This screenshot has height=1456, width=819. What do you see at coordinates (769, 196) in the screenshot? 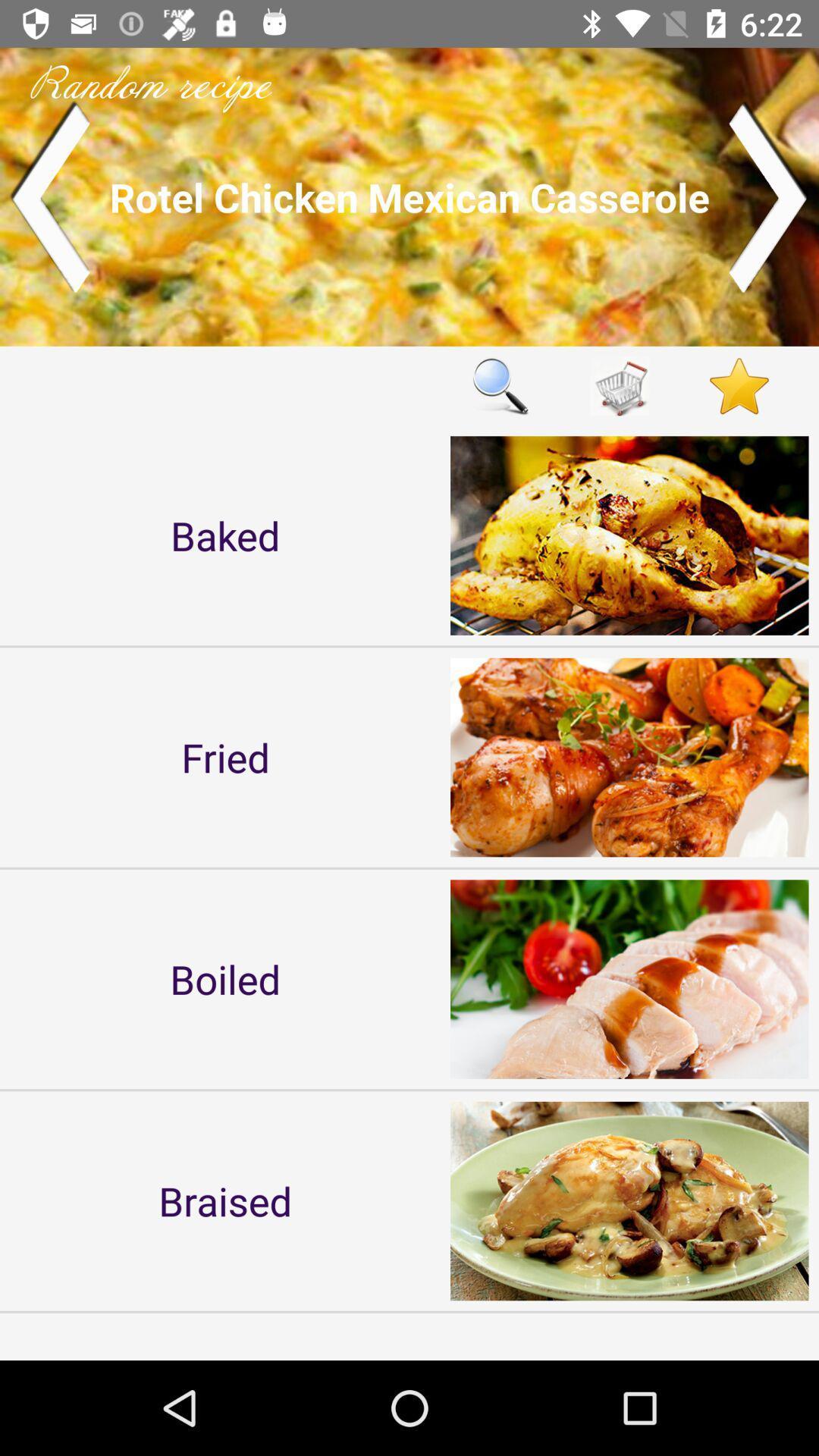
I see `switch to next recipe` at bounding box center [769, 196].